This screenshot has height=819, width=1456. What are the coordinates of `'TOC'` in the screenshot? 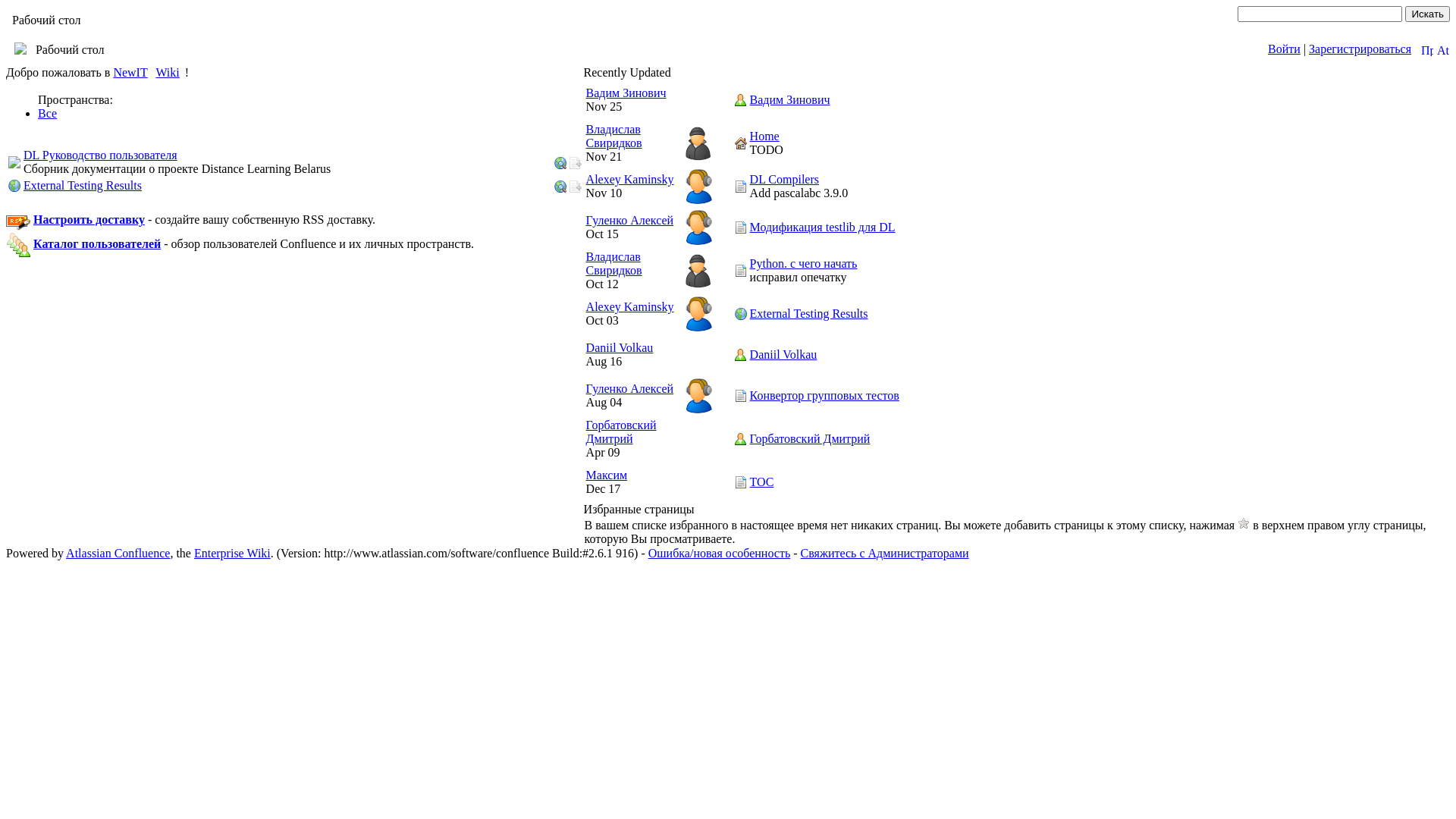 It's located at (735, 482).